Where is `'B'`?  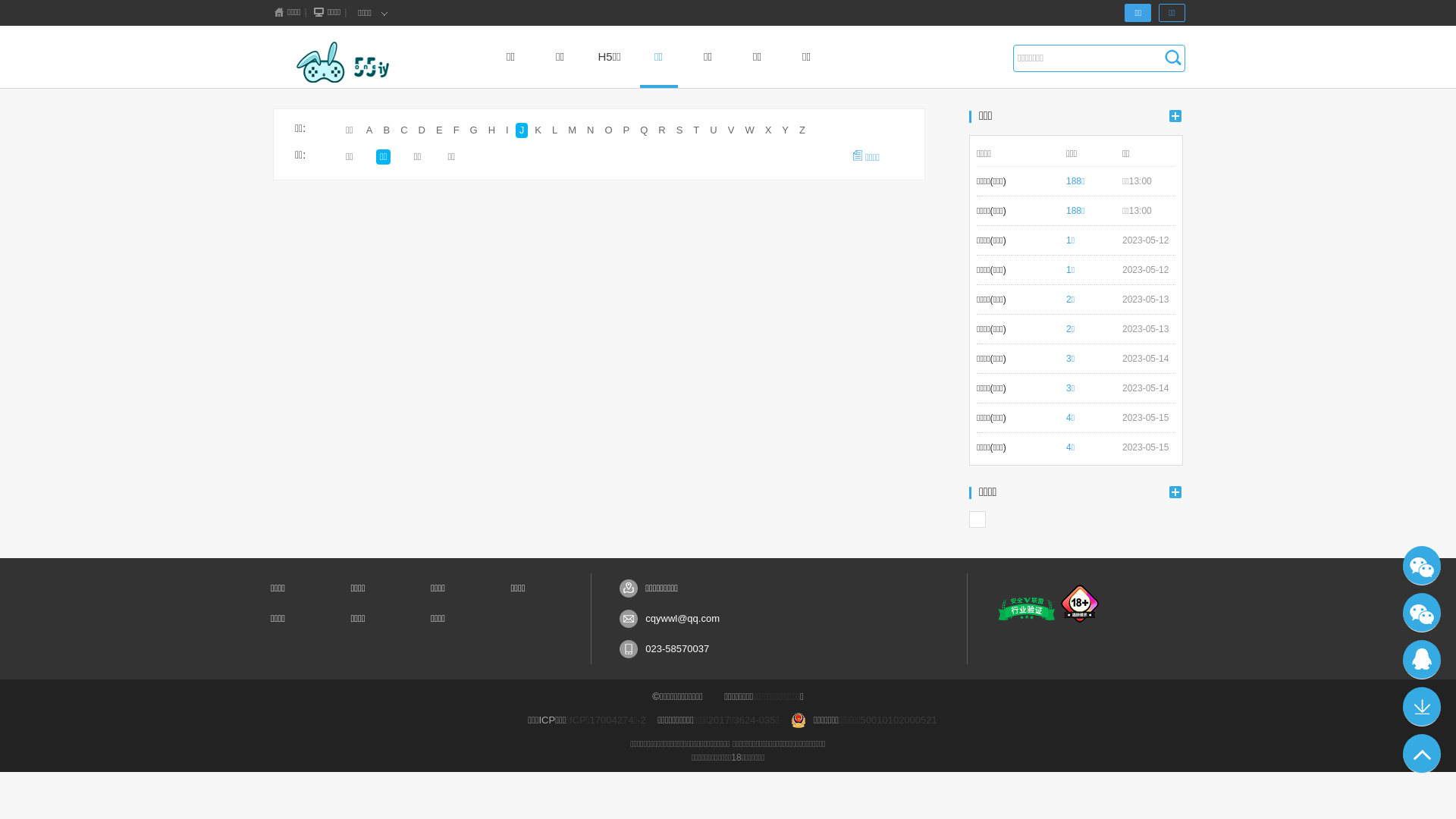
'B' is located at coordinates (387, 130).